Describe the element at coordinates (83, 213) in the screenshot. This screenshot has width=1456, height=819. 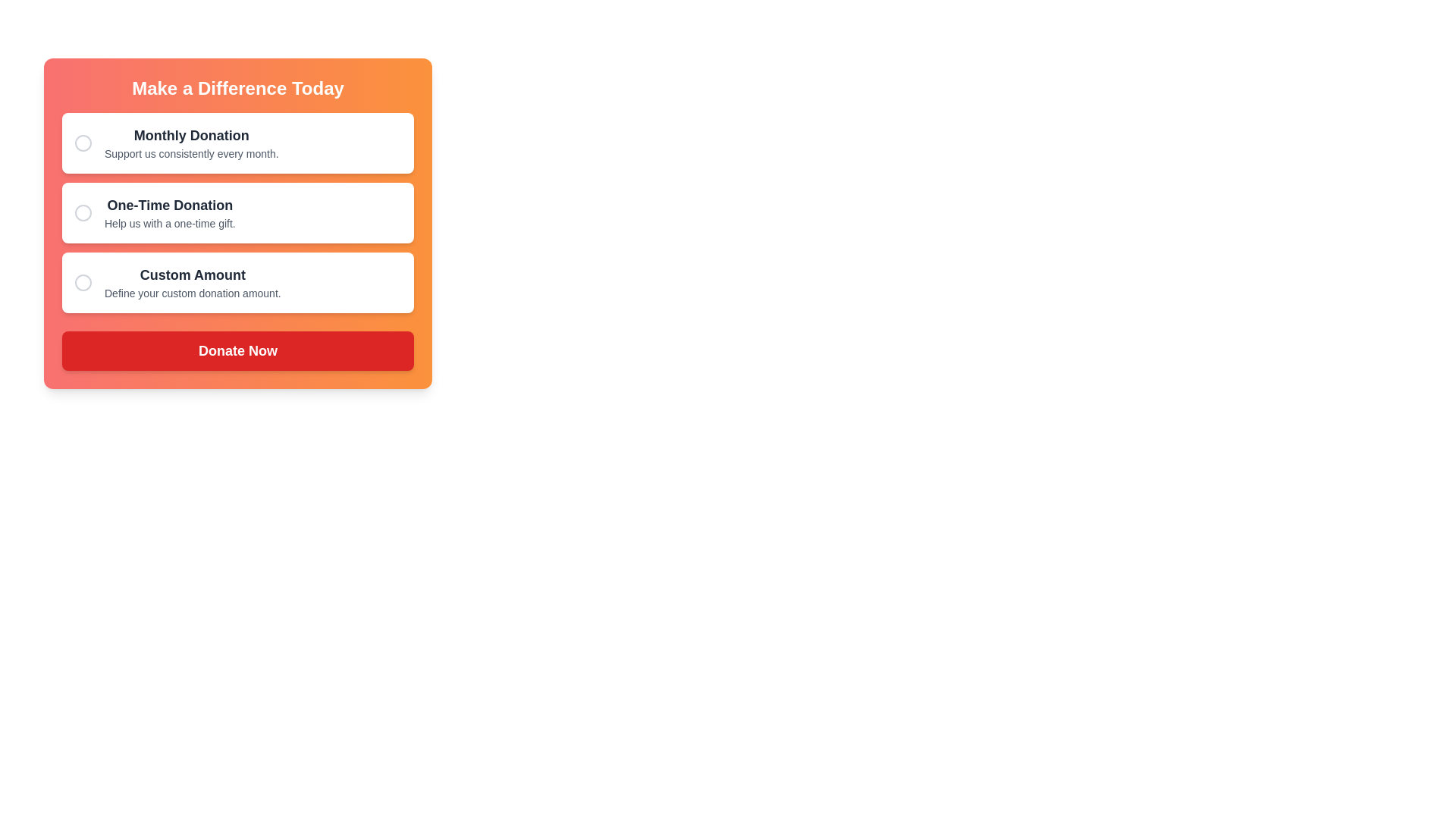
I see `the radio button with a gray outline and light gray background, located next to the 'One-Time Donation' text` at that location.